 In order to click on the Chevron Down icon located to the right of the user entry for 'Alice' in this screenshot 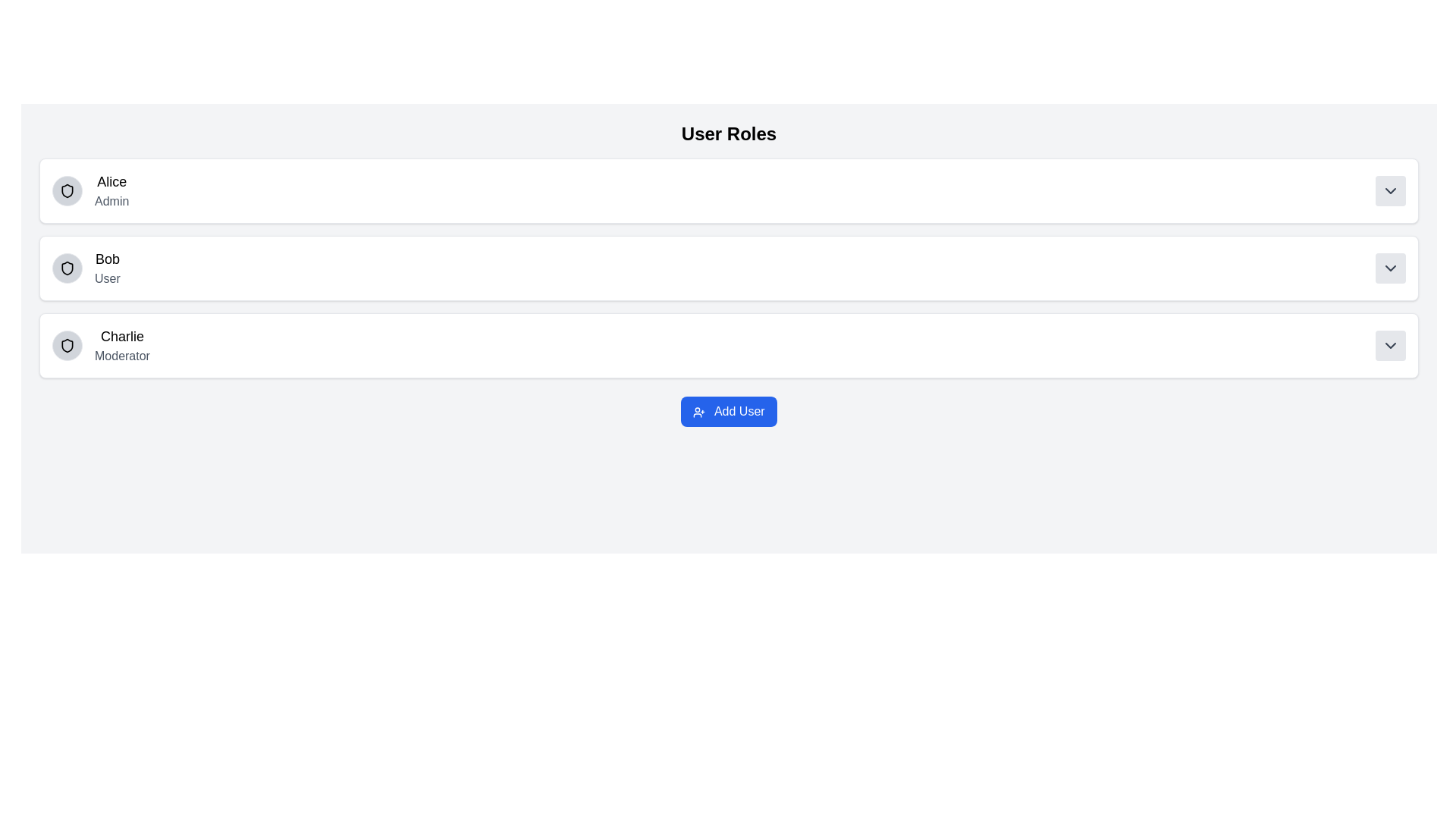, I will do `click(1390, 190)`.